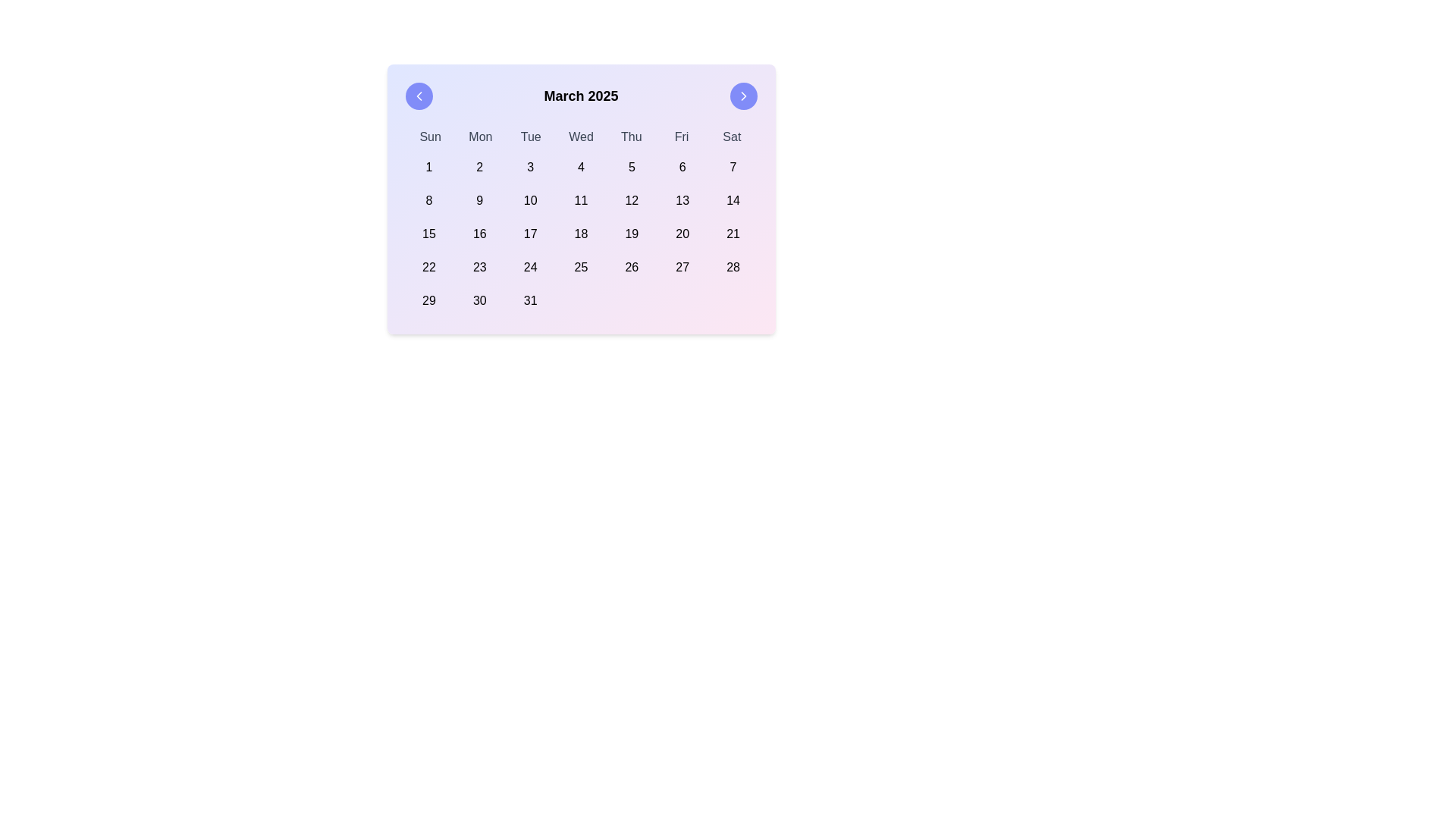 Image resolution: width=1456 pixels, height=819 pixels. What do you see at coordinates (733, 234) in the screenshot?
I see `the button representing the date '21' in the calendar interface` at bounding box center [733, 234].